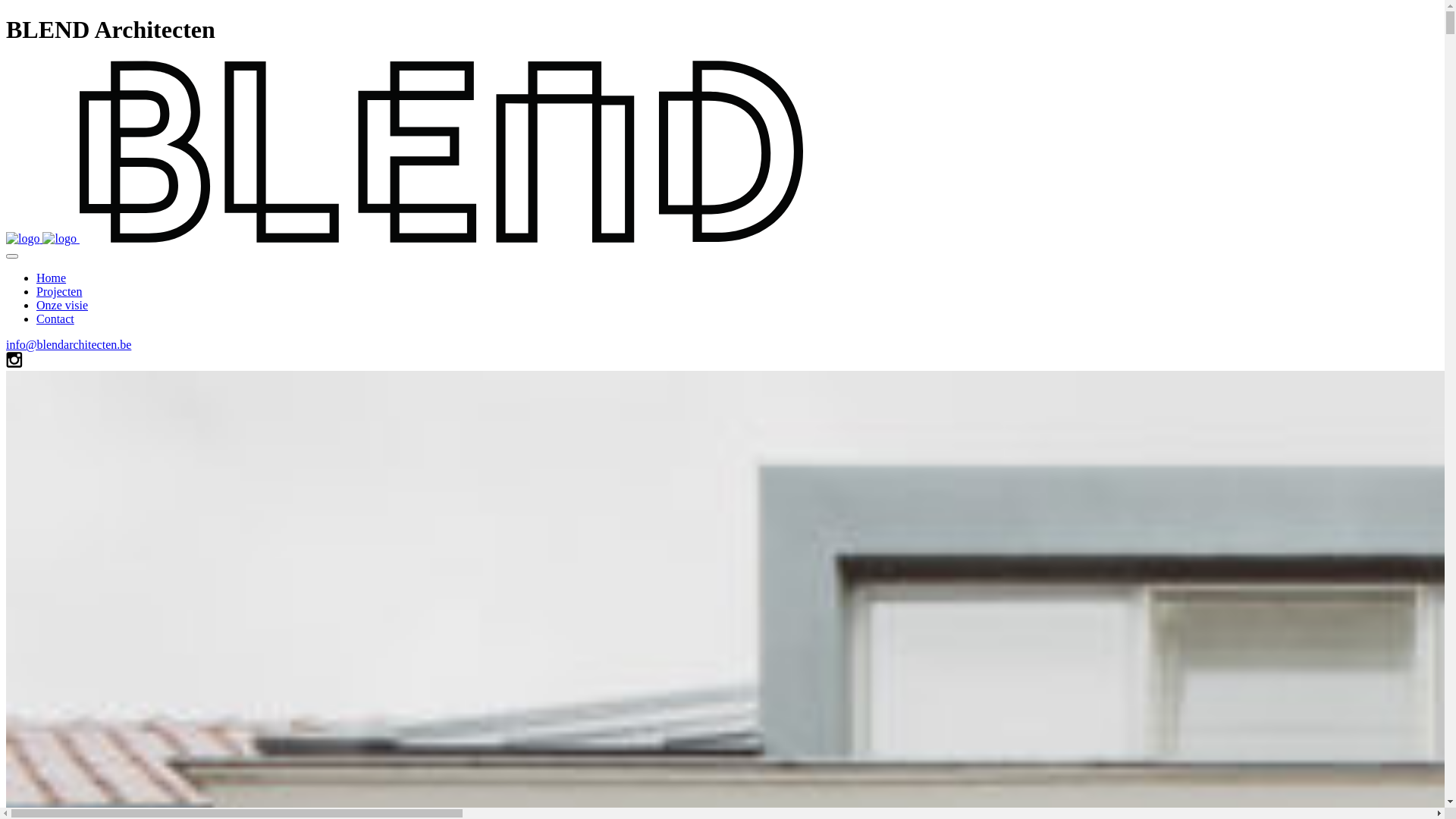 This screenshot has width=1456, height=819. I want to click on 'Contact', so click(55, 318).